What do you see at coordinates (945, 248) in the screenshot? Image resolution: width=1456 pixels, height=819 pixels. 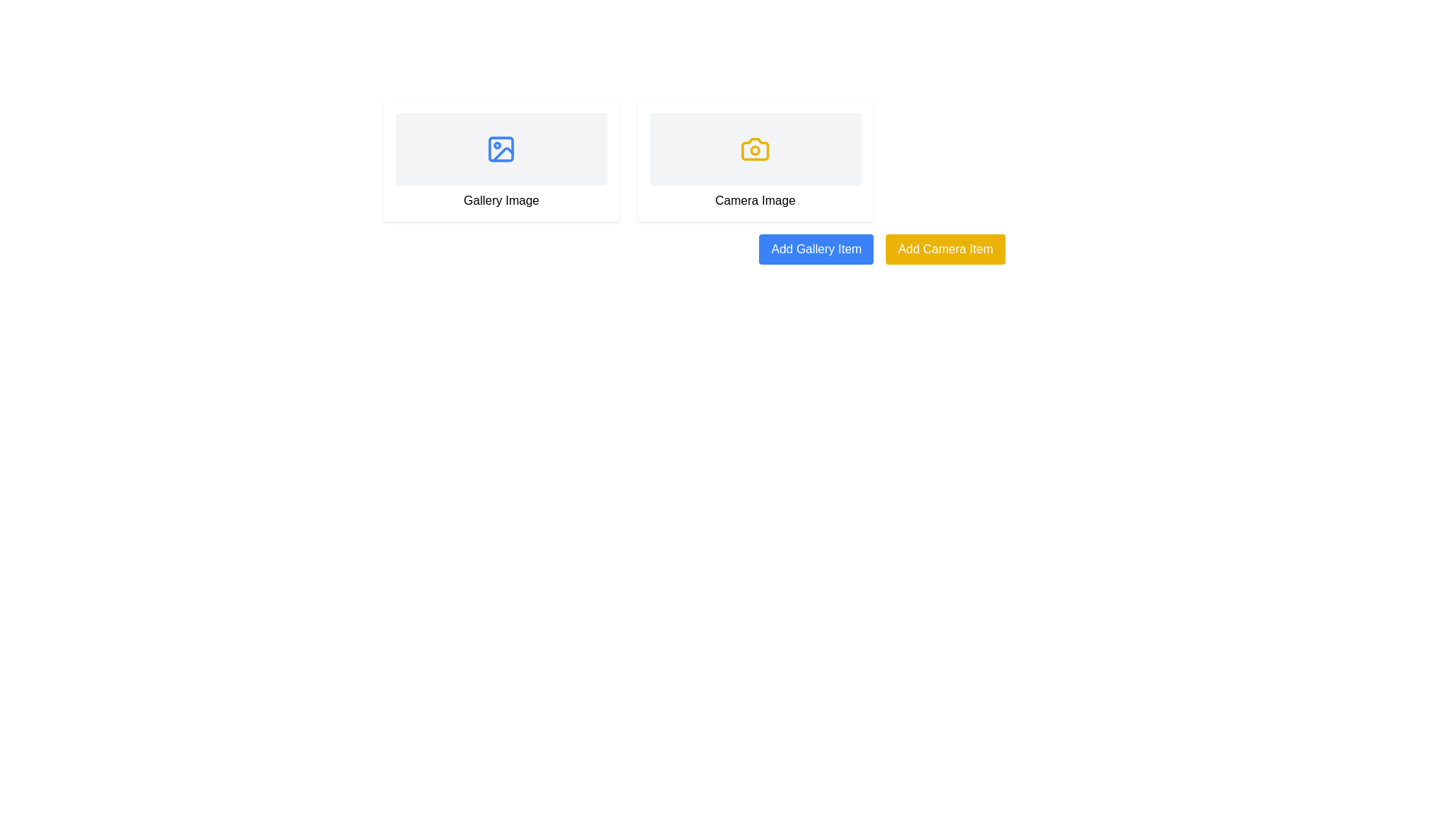 I see `the button with a yellow background and white text reading 'Add Camera Item'` at bounding box center [945, 248].